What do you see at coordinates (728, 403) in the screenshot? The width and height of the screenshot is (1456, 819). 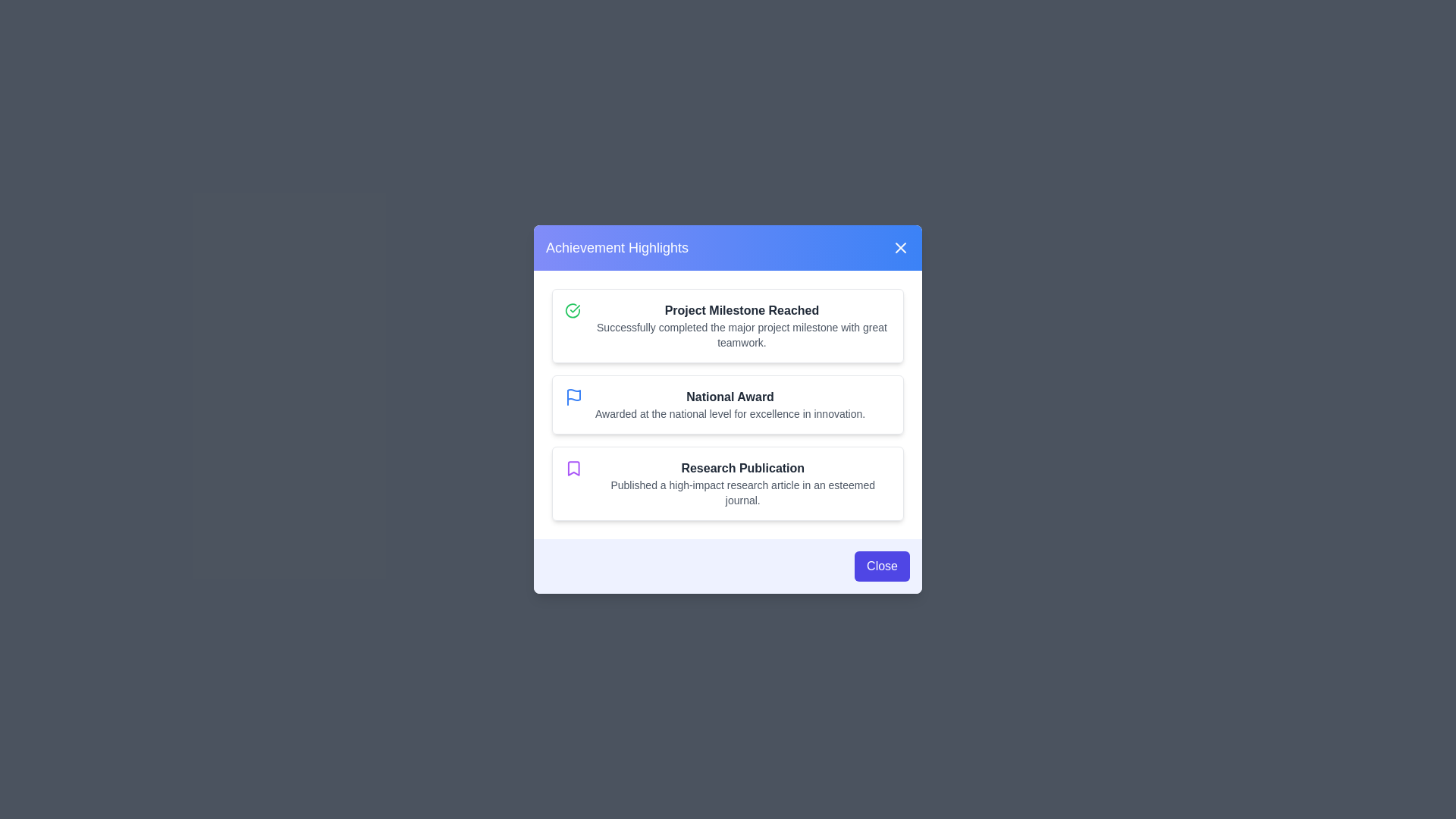 I see `the Informational card titled 'National Award', which features a blue flag icon and contains bold text 'National Award' and a description 'Awarded at the national level for excellence in innovation.'` at bounding box center [728, 403].